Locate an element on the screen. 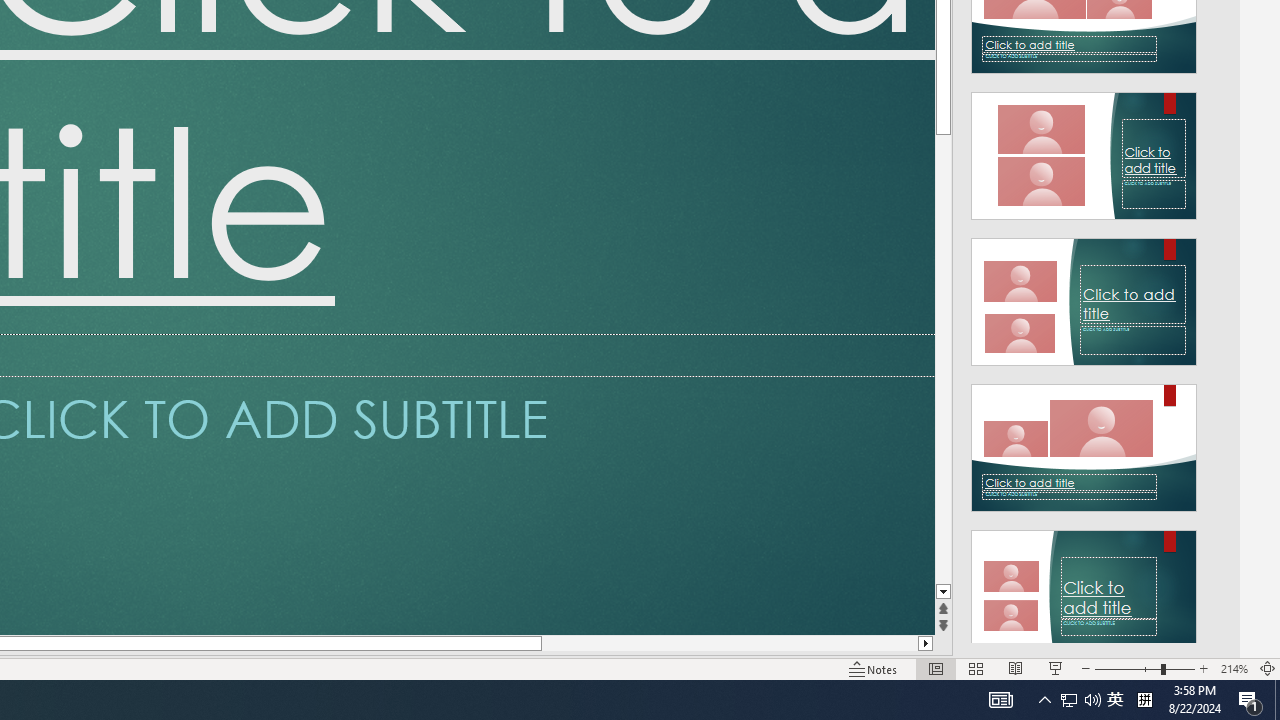  'Zoom 214%' is located at coordinates (1233, 669).